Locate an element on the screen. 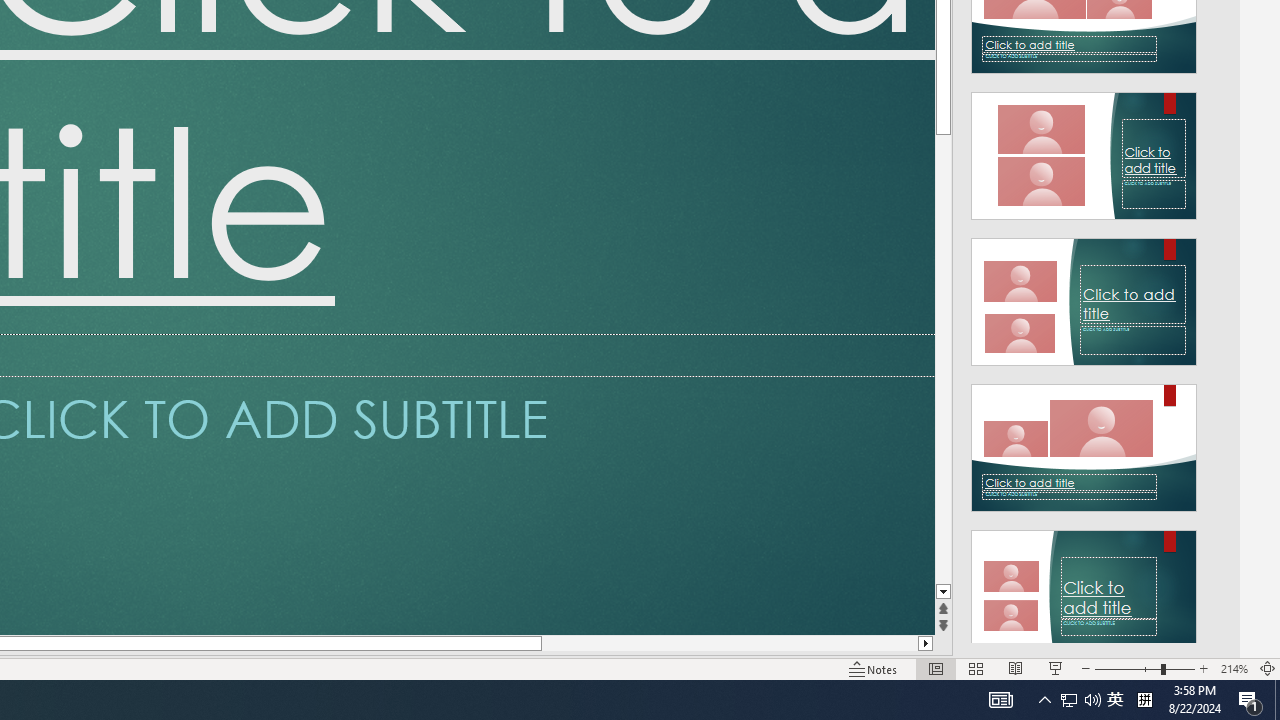  'Zoom 214%' is located at coordinates (1233, 669).